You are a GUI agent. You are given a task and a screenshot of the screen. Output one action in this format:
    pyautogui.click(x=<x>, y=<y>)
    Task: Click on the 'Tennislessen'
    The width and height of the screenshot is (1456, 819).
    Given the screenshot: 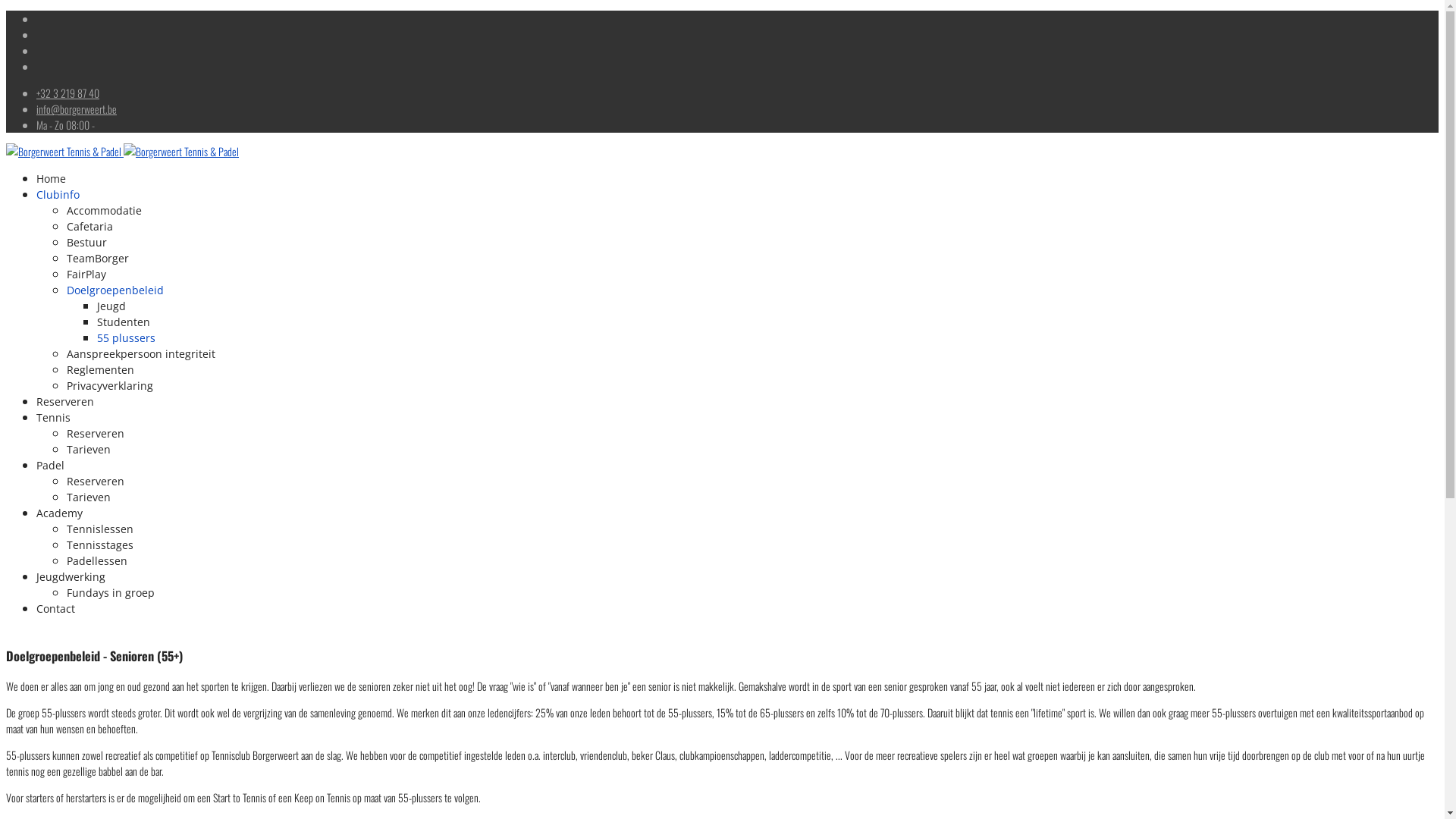 What is the action you would take?
    pyautogui.click(x=99, y=528)
    